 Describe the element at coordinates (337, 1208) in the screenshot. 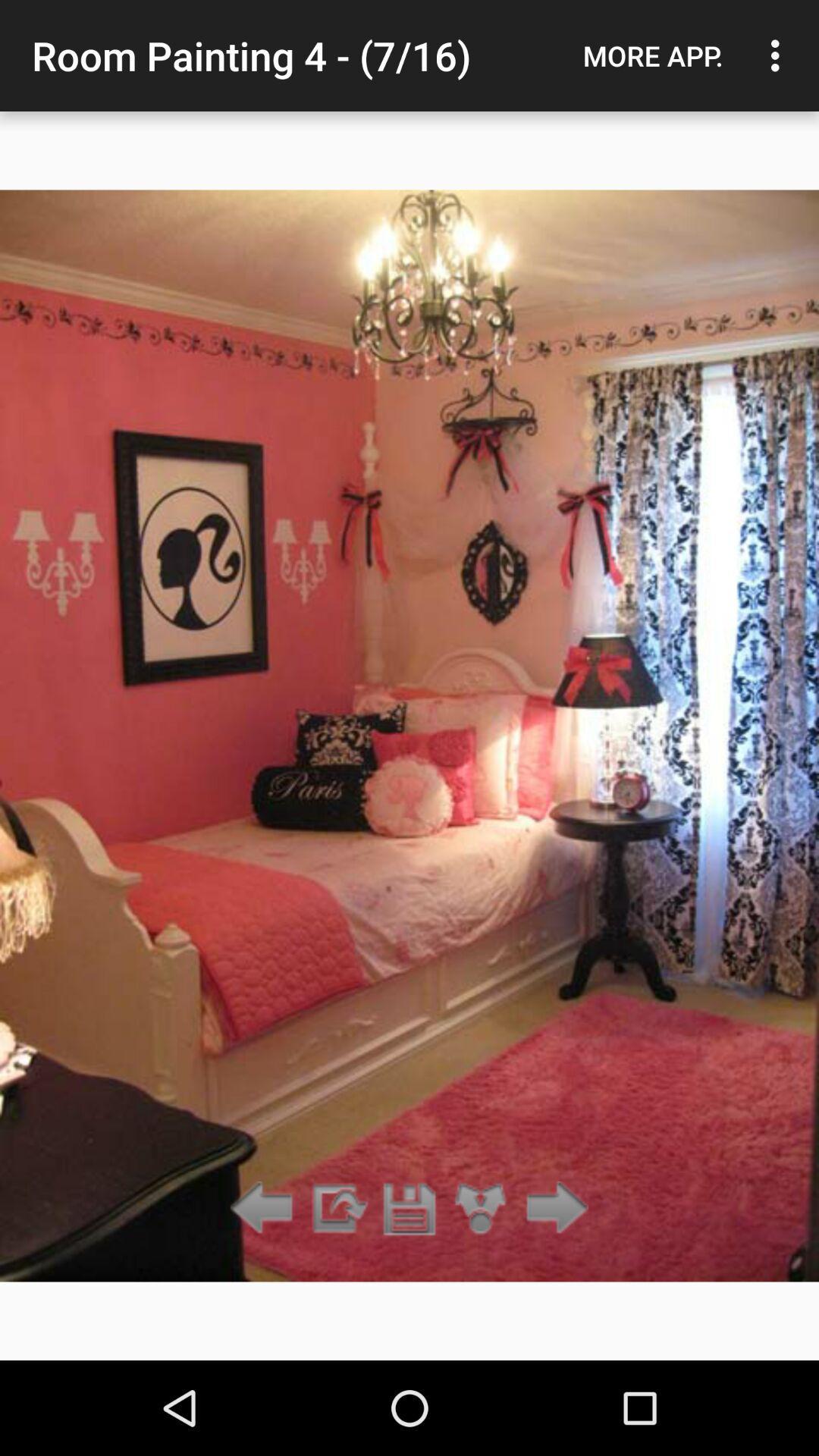

I see `app below the room painting 4` at that location.